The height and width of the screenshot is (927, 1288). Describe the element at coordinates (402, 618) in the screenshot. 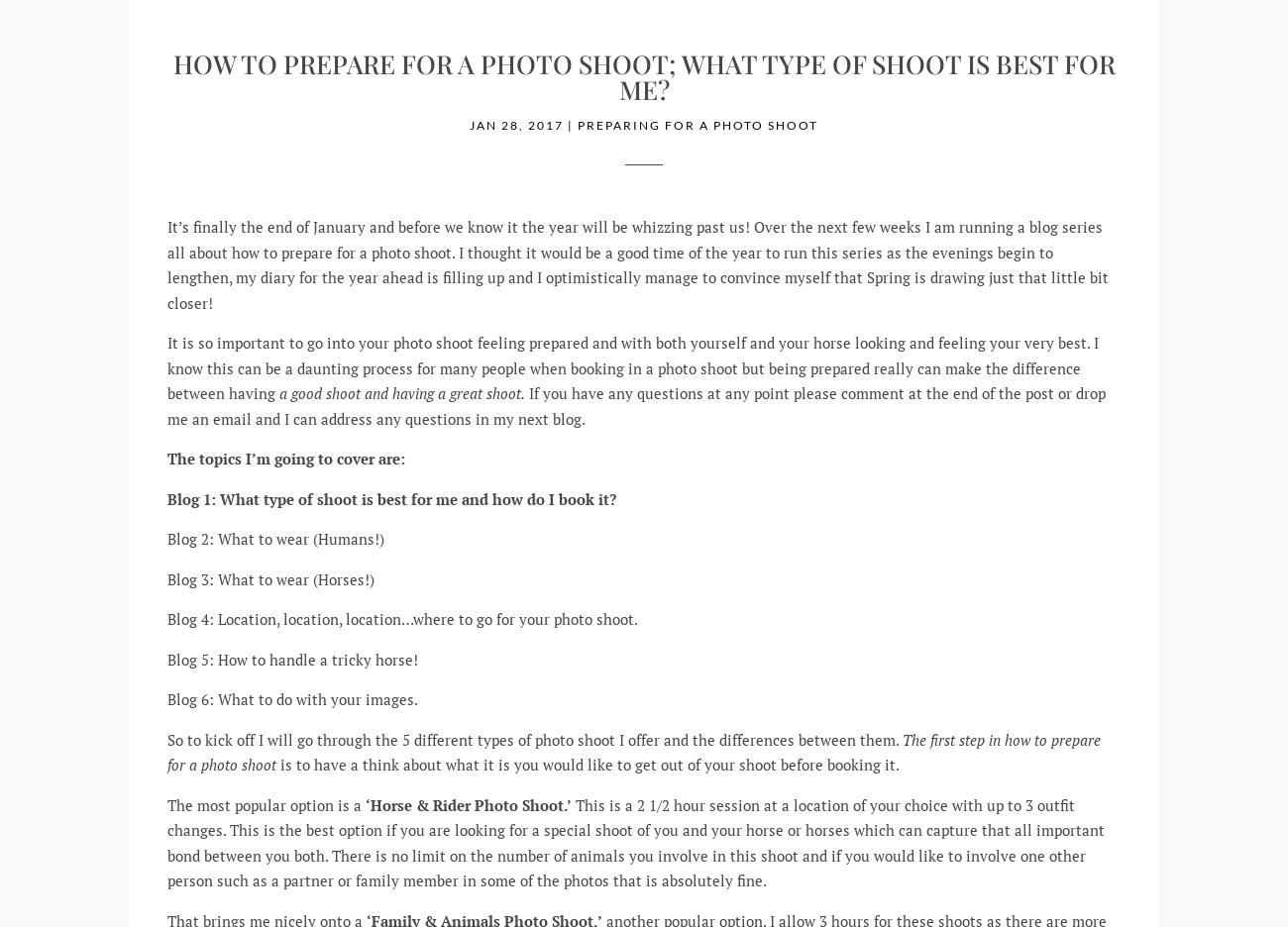

I see `'Blog 4: Location, location, location…where to go for your photo shoot.'` at that location.